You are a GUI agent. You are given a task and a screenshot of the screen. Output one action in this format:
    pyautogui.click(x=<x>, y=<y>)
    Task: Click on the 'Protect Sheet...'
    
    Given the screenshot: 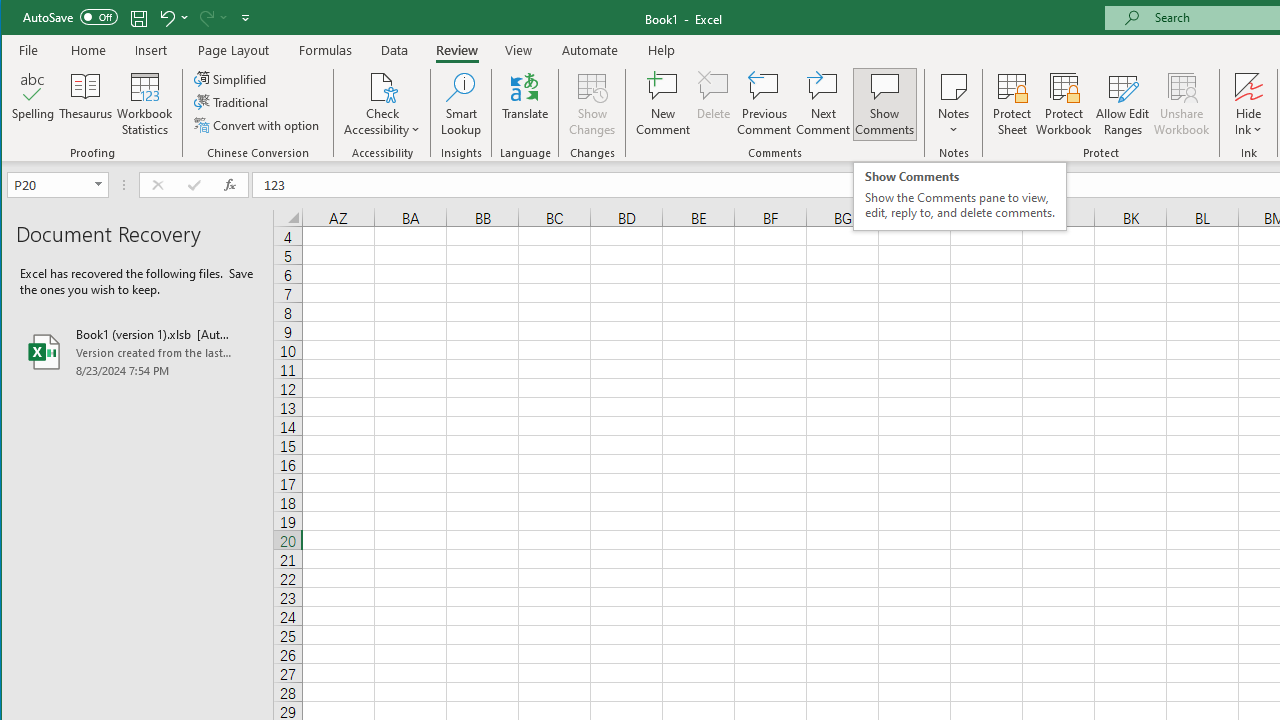 What is the action you would take?
    pyautogui.click(x=1012, y=104)
    